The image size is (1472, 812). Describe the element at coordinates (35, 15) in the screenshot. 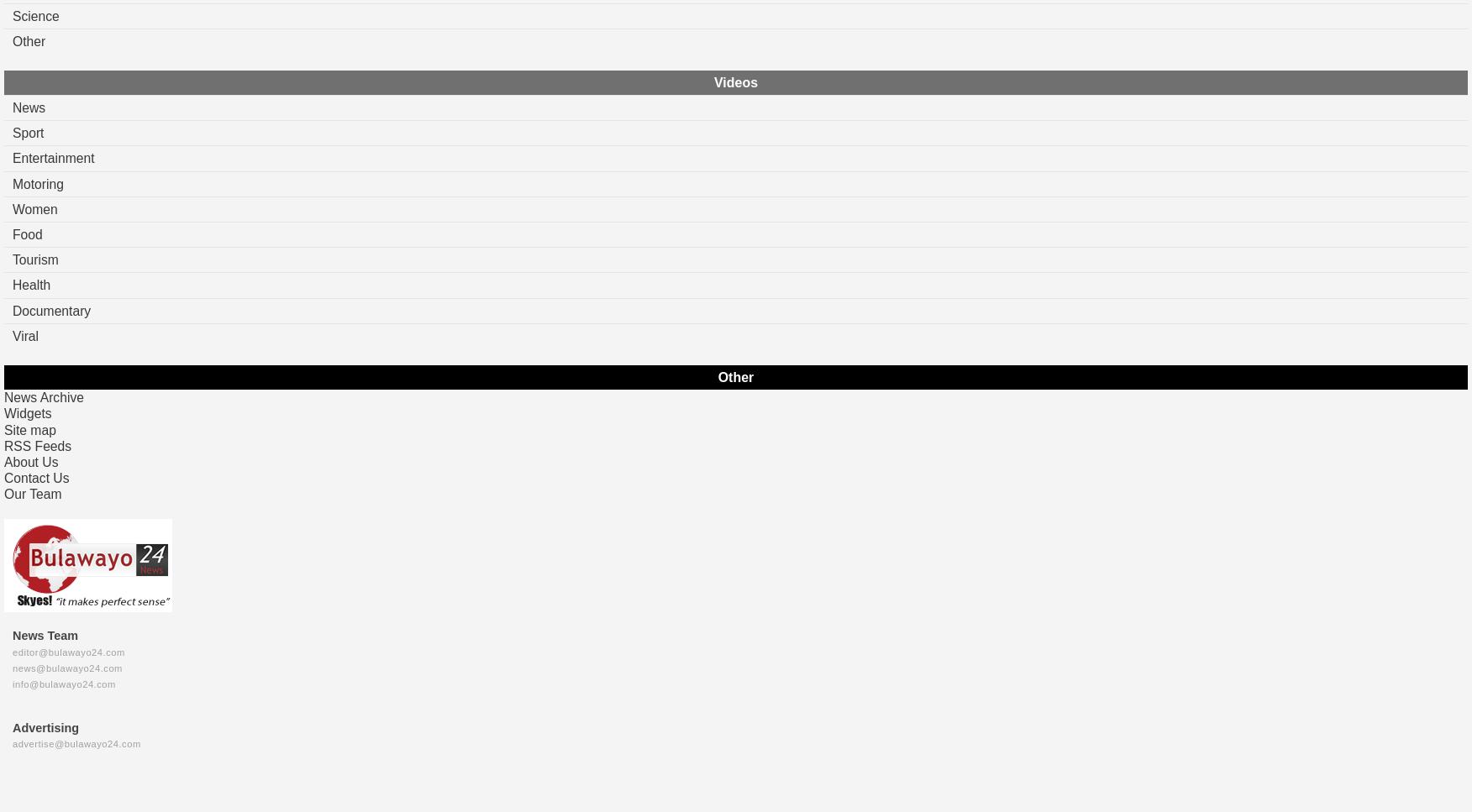

I see `'Science'` at that location.